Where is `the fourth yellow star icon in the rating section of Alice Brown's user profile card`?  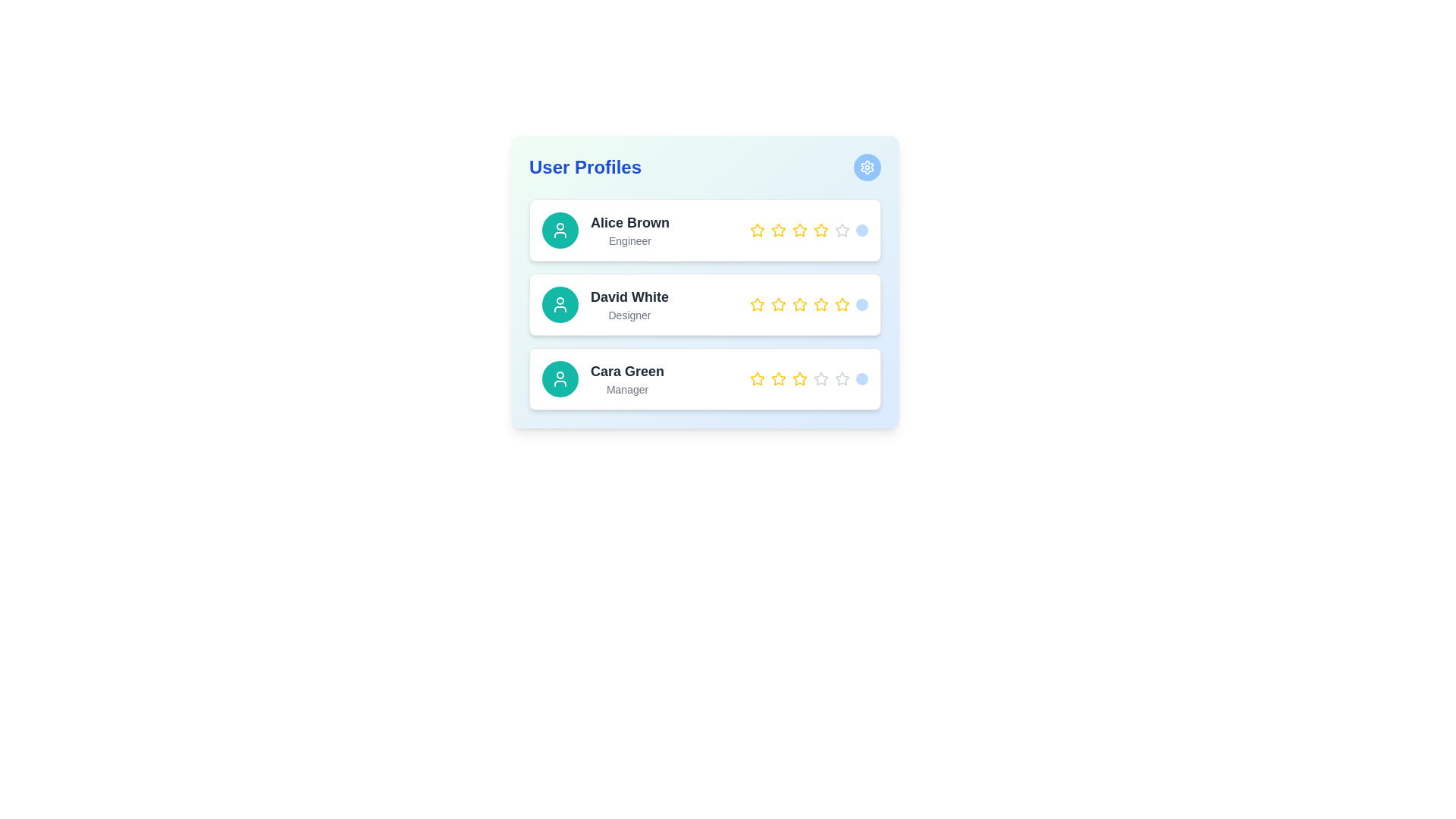
the fourth yellow star icon in the rating section of Alice Brown's user profile card is located at coordinates (821, 230).